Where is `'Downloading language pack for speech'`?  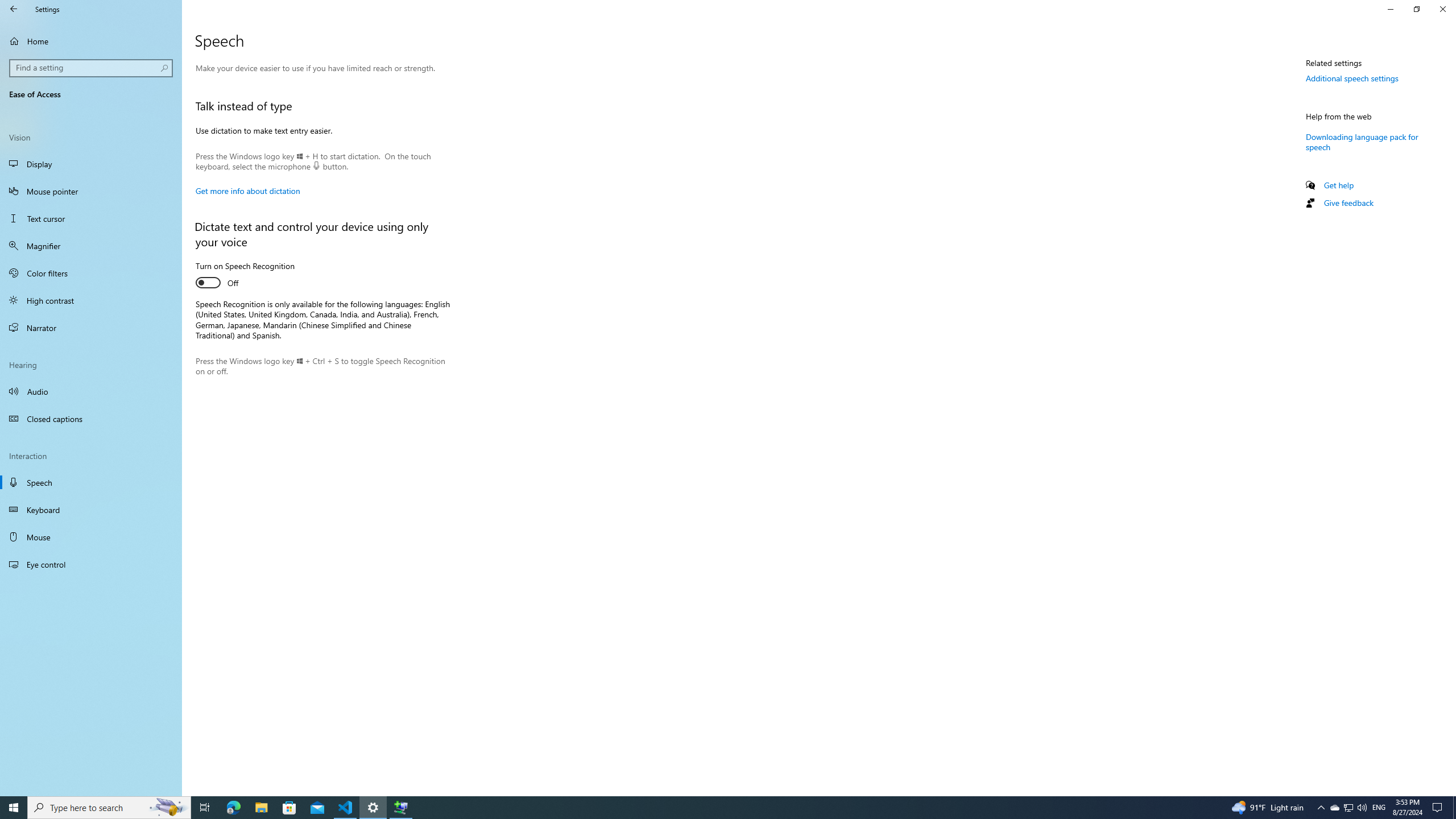
'Downloading language pack for speech' is located at coordinates (1361, 141).